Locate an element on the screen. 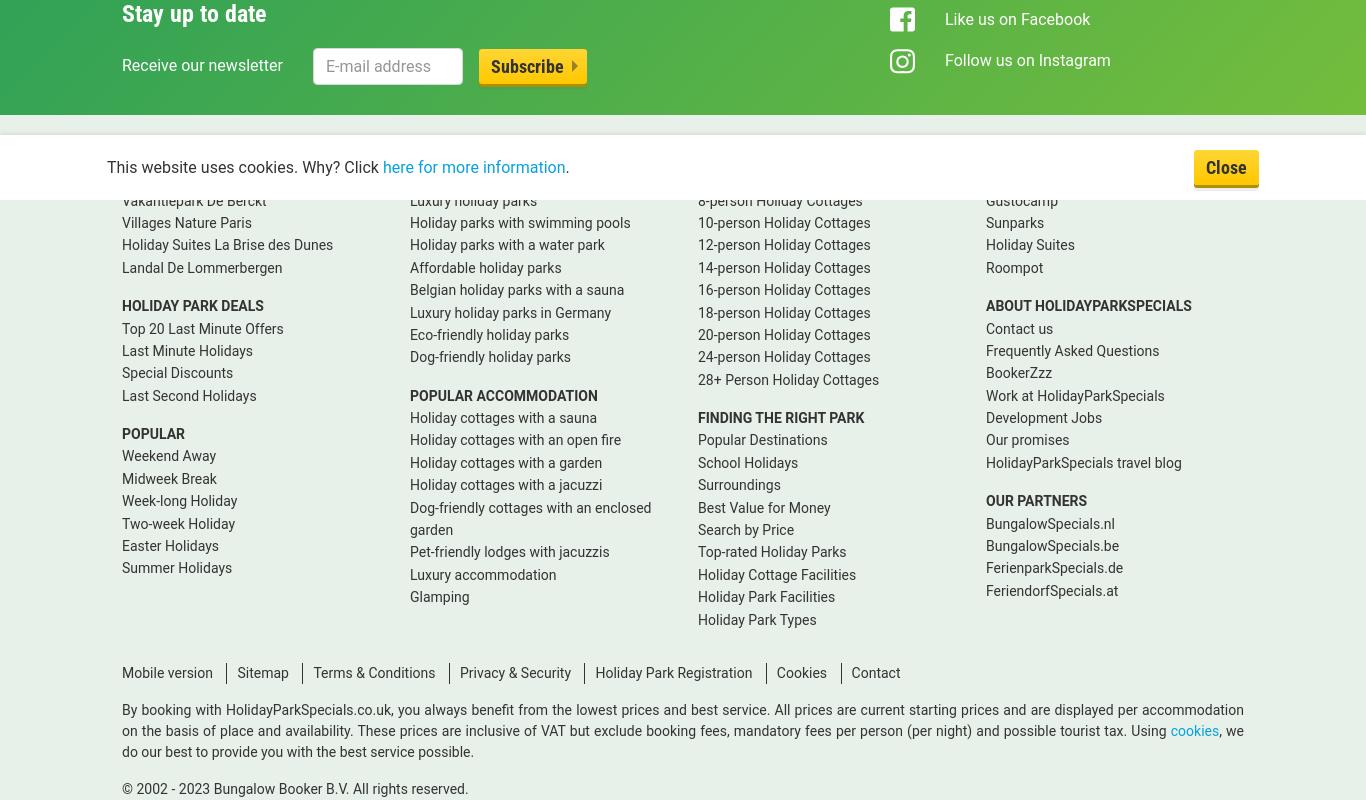  'Affordable holiday parks' is located at coordinates (485, 265).